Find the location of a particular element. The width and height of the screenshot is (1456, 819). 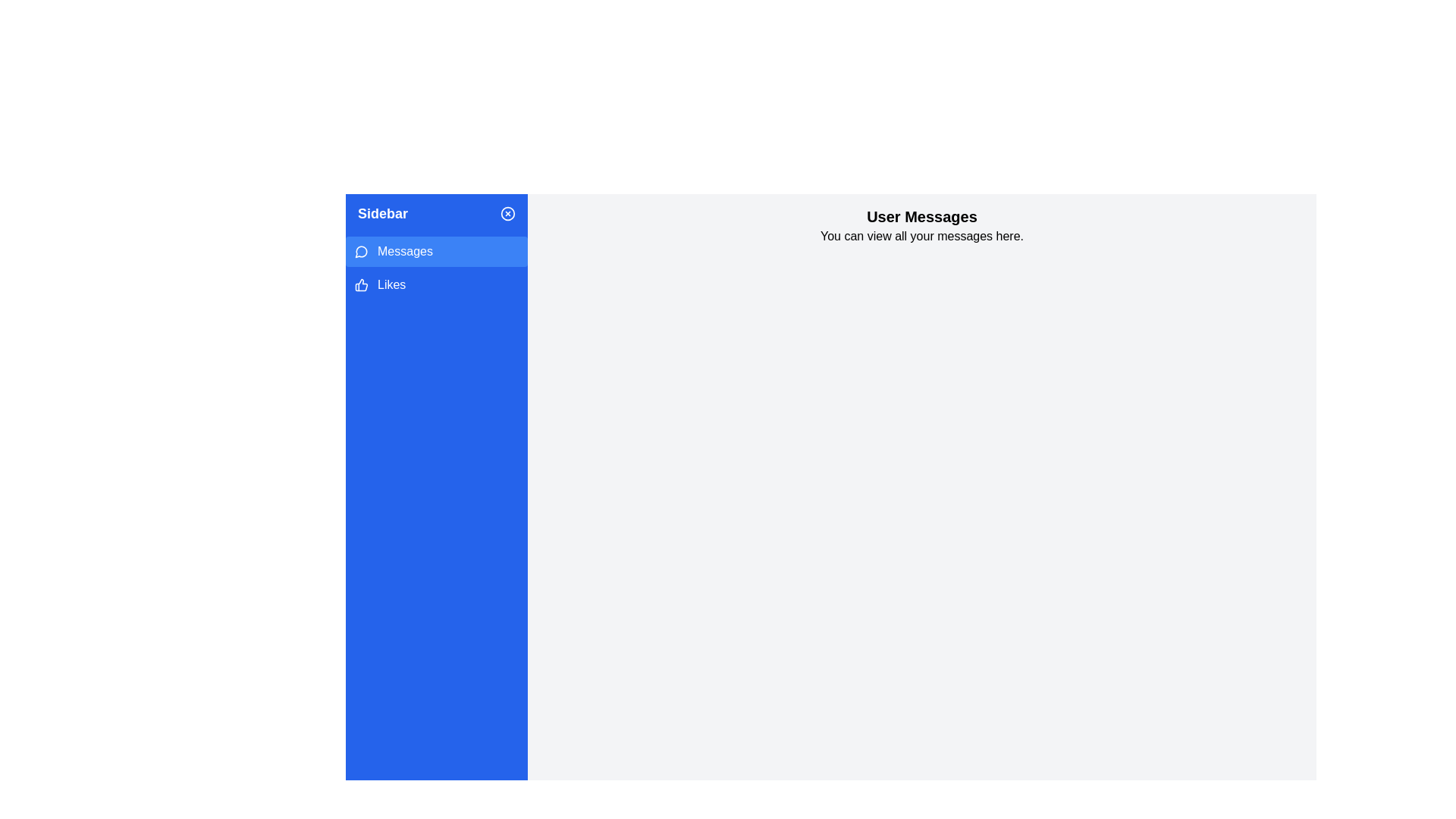

the thumbs-up hand gesture icon in the sidebar menu, which precedes the text 'Likes' is located at coordinates (360, 284).